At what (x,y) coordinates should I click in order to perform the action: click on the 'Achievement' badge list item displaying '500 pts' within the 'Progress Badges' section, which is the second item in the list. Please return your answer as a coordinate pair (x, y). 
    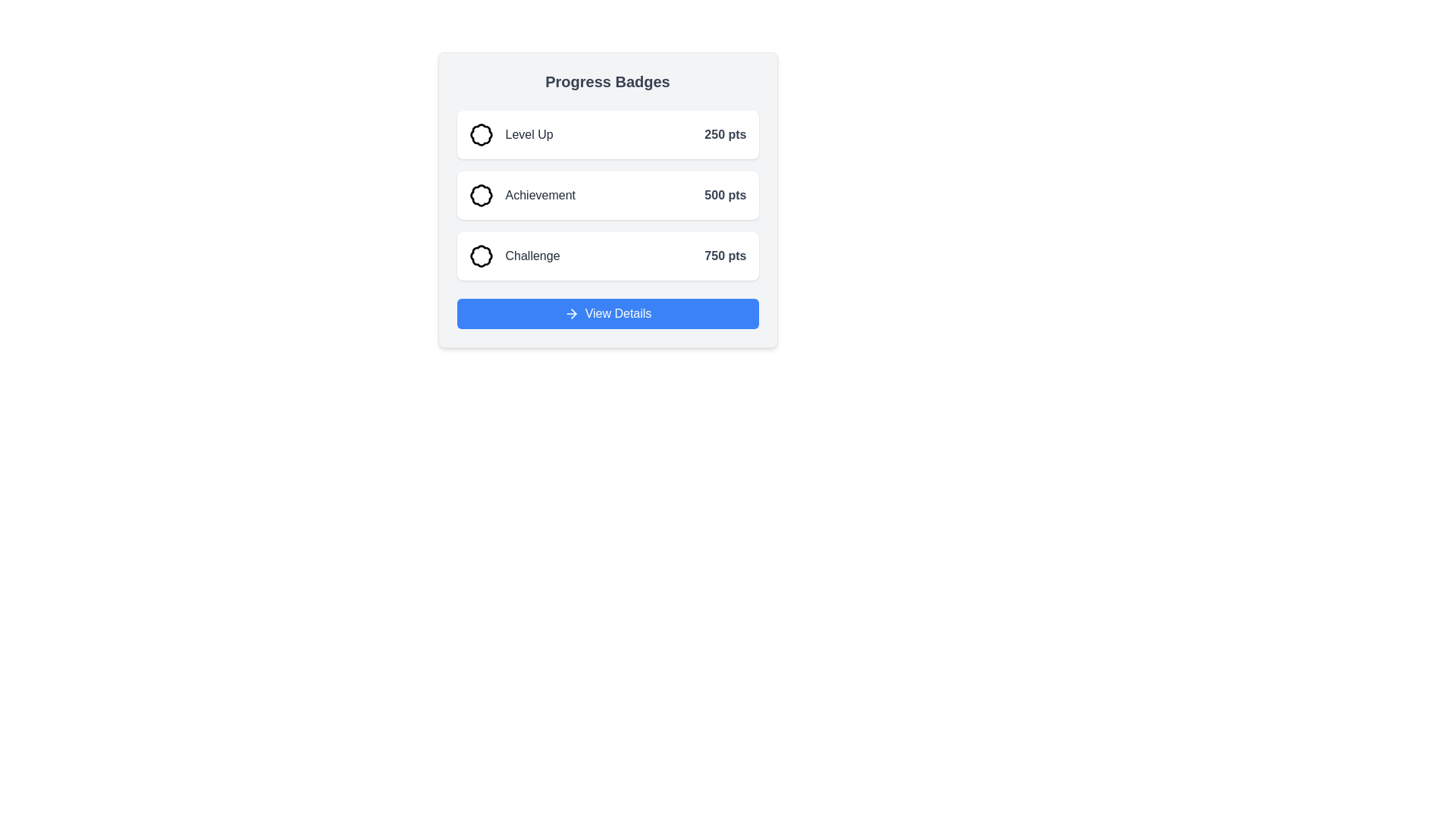
    Looking at the image, I should click on (607, 195).